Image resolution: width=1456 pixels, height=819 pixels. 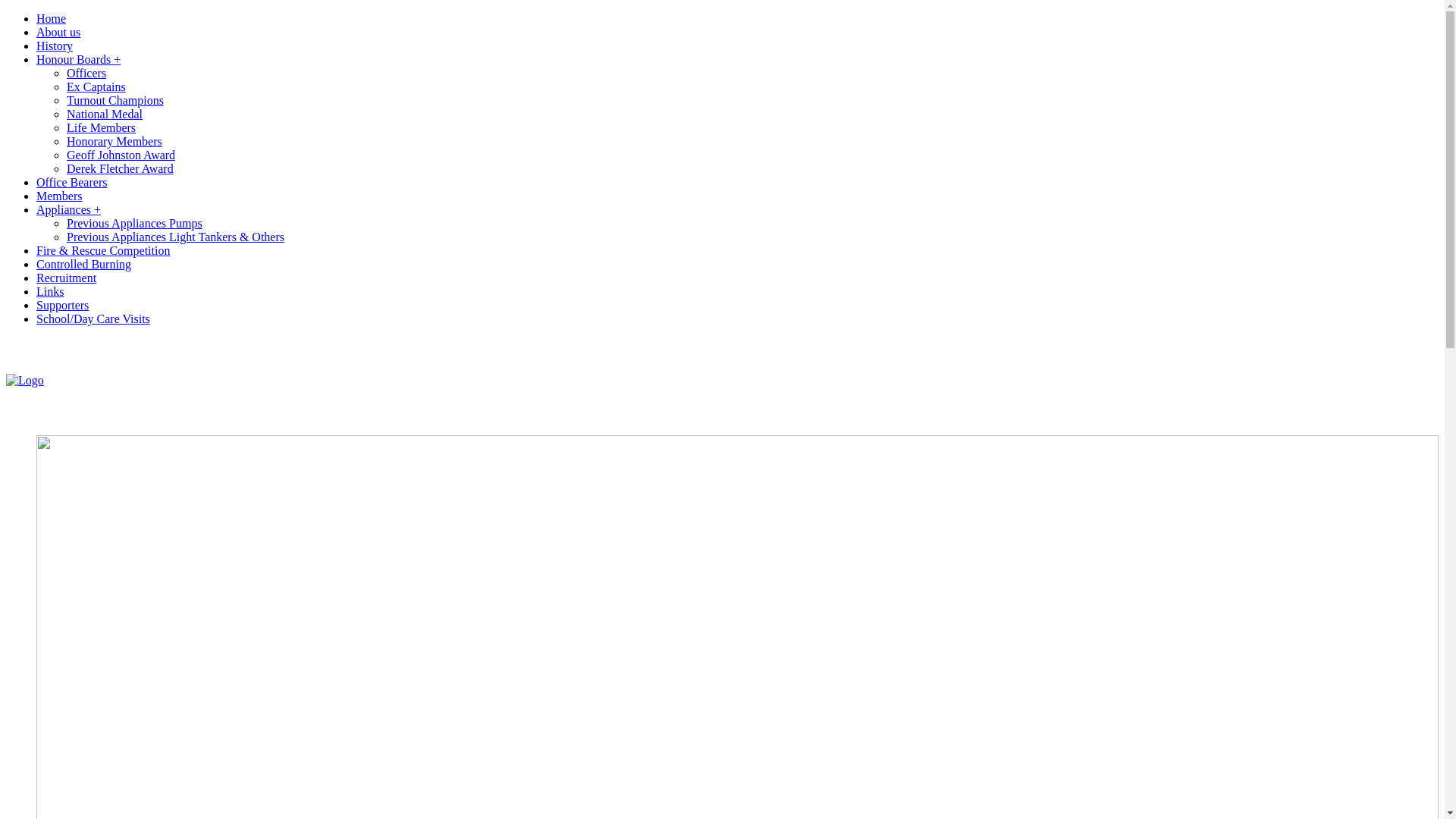 What do you see at coordinates (36, 209) in the screenshot?
I see `'Appliances +'` at bounding box center [36, 209].